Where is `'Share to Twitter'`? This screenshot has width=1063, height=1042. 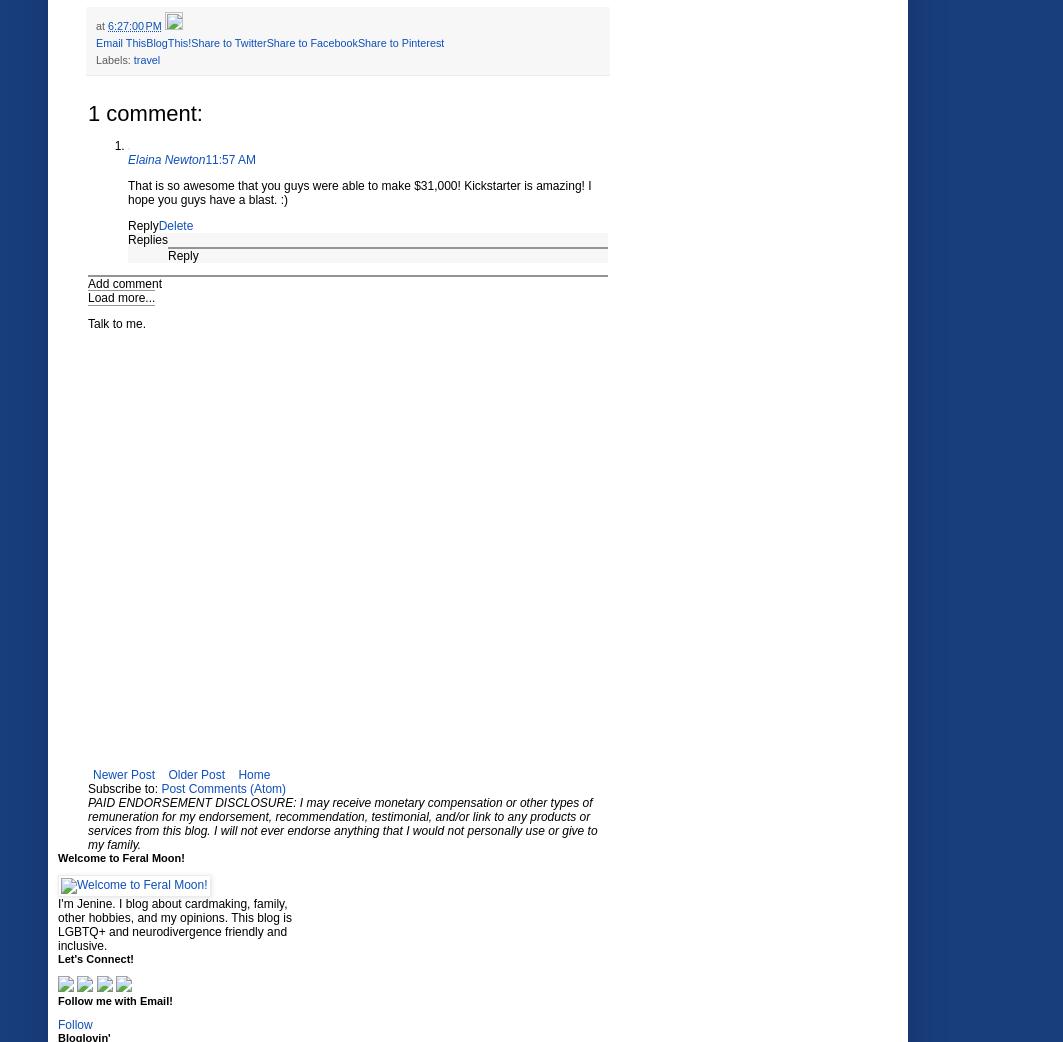 'Share to Twitter' is located at coordinates (191, 42).